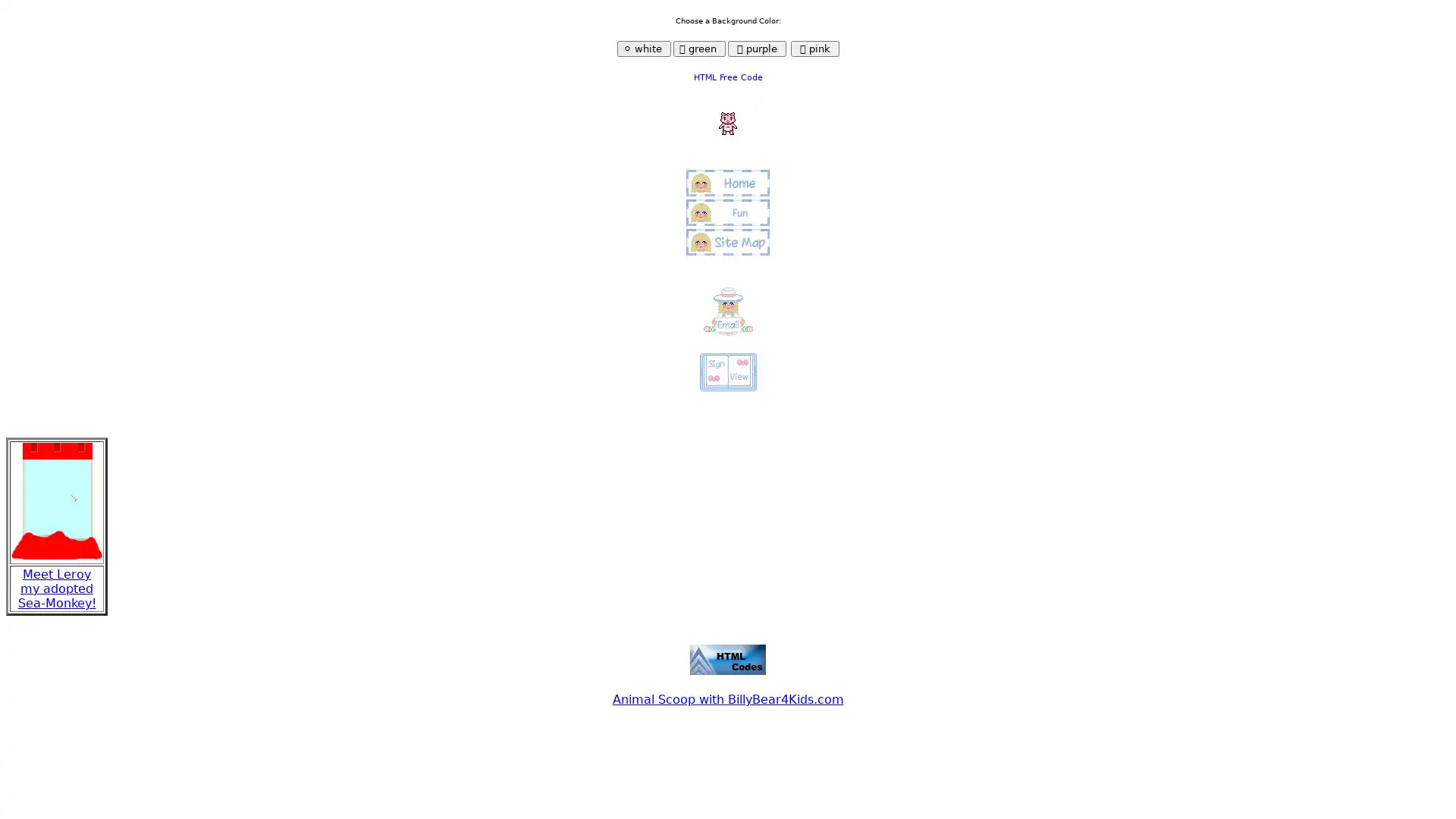  What do you see at coordinates (756, 48) in the screenshot?
I see `purple` at bounding box center [756, 48].